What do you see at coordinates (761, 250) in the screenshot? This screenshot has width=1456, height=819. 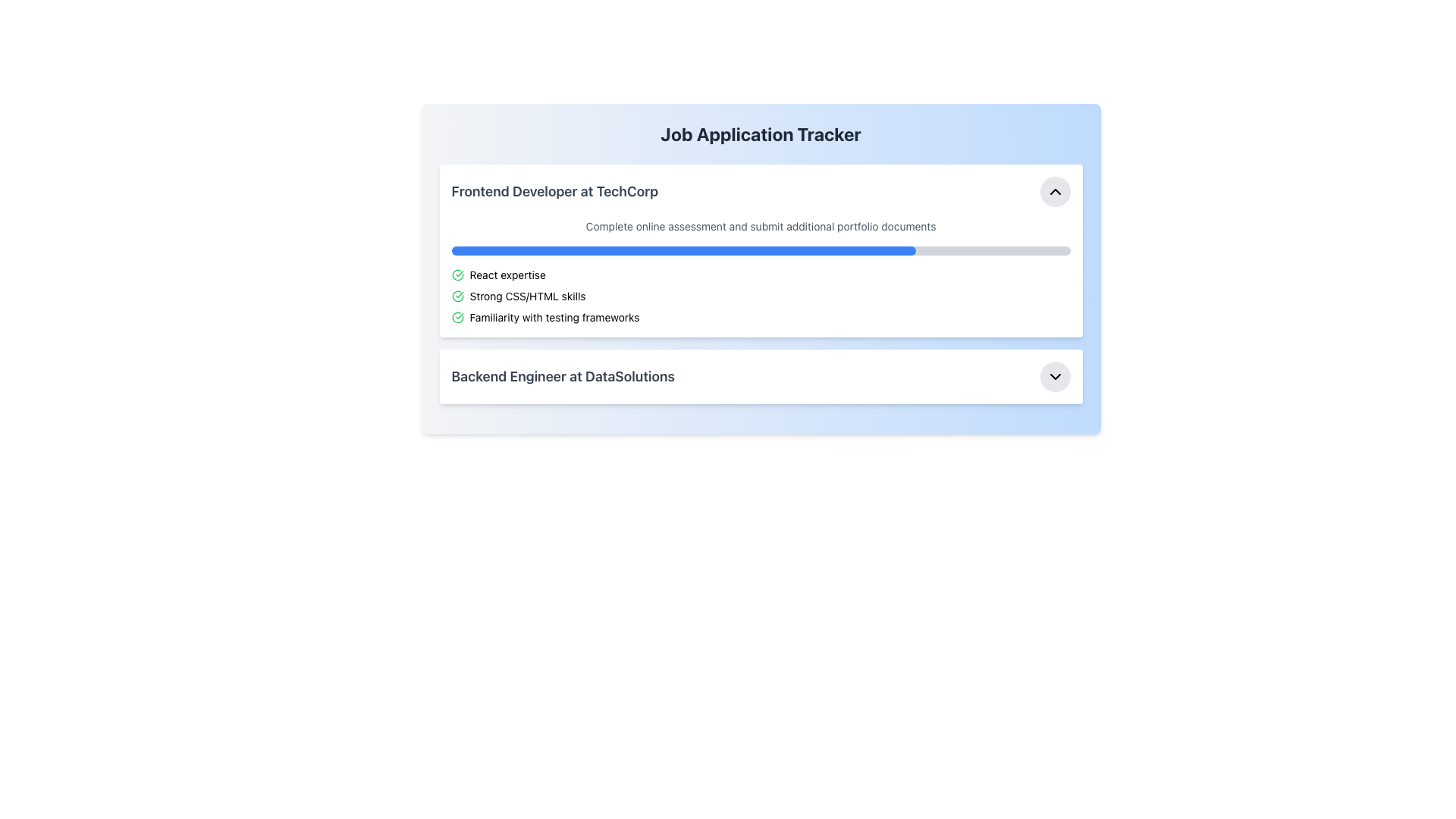 I see `the job position card labeled 'Frontend Developer at TechCorp'` at bounding box center [761, 250].